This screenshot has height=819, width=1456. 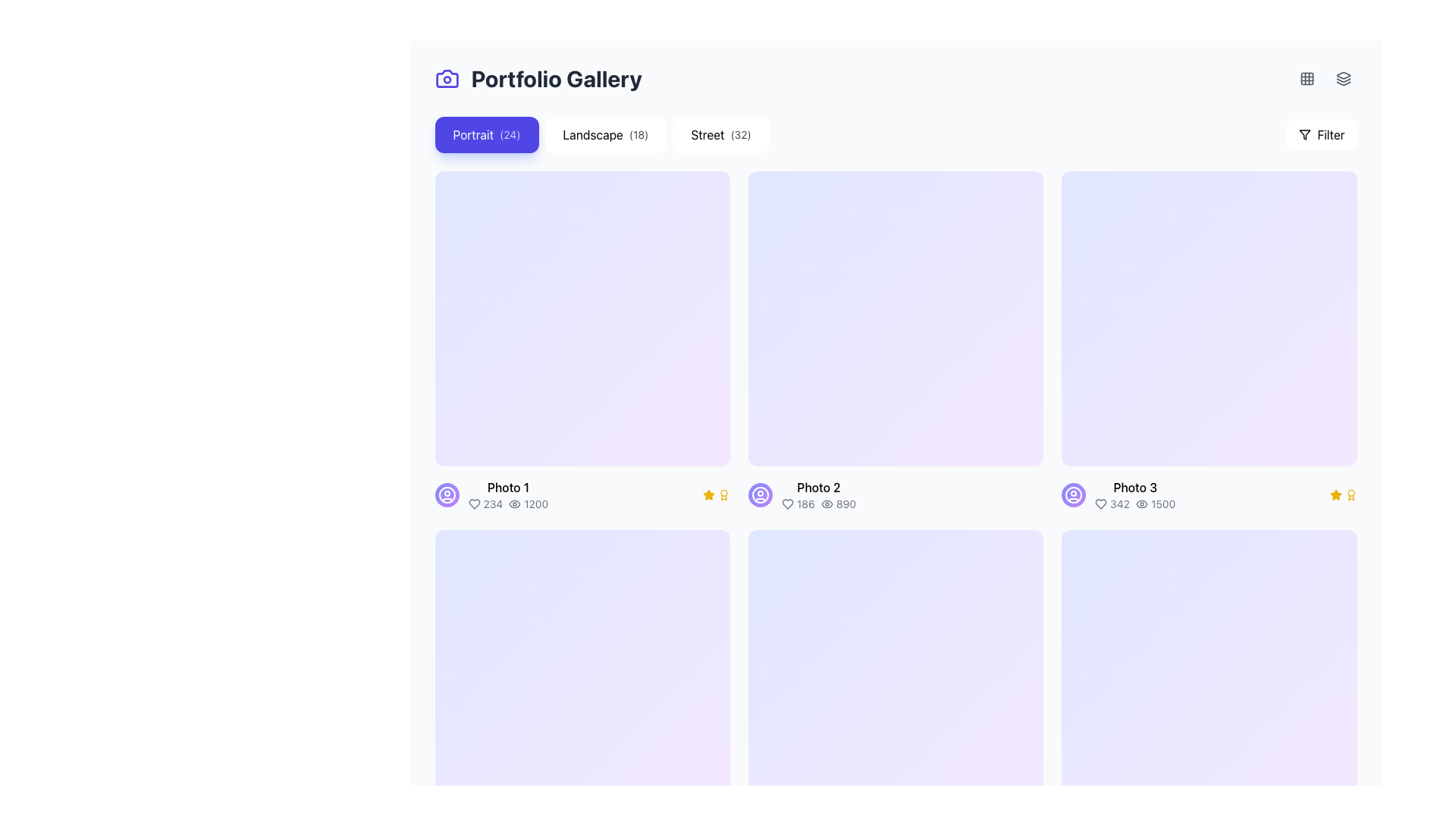 What do you see at coordinates (529, 504) in the screenshot?
I see `numerical value '1200' displayed next to the eye-shaped icon in the information bar under the thumbnail labeled 'Photo 1'` at bounding box center [529, 504].